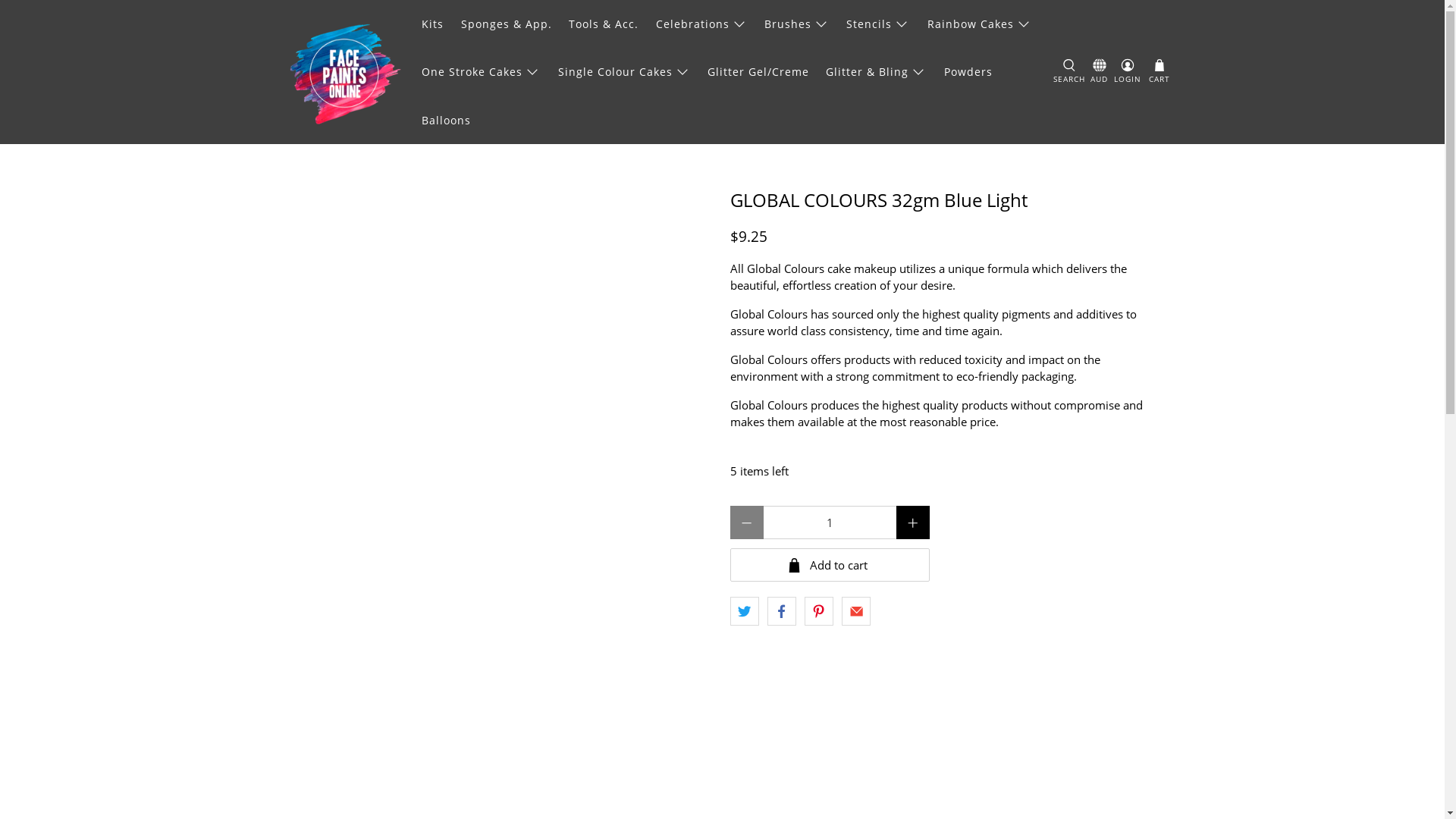 The height and width of the screenshot is (819, 1456). What do you see at coordinates (767, 610) in the screenshot?
I see `'Share this on Facebook'` at bounding box center [767, 610].